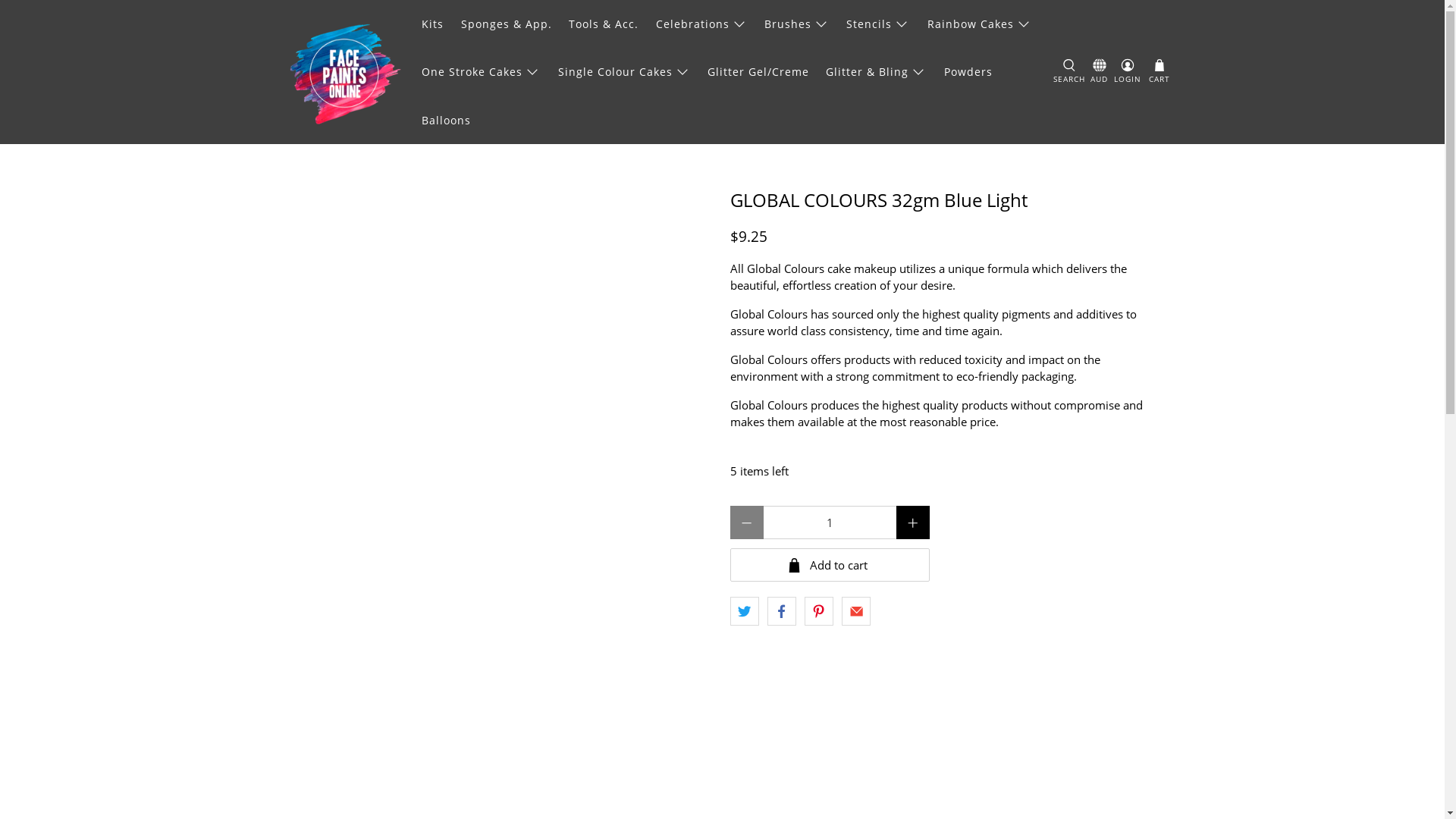 The height and width of the screenshot is (819, 1456). What do you see at coordinates (767, 610) in the screenshot?
I see `'Share this on Facebook'` at bounding box center [767, 610].